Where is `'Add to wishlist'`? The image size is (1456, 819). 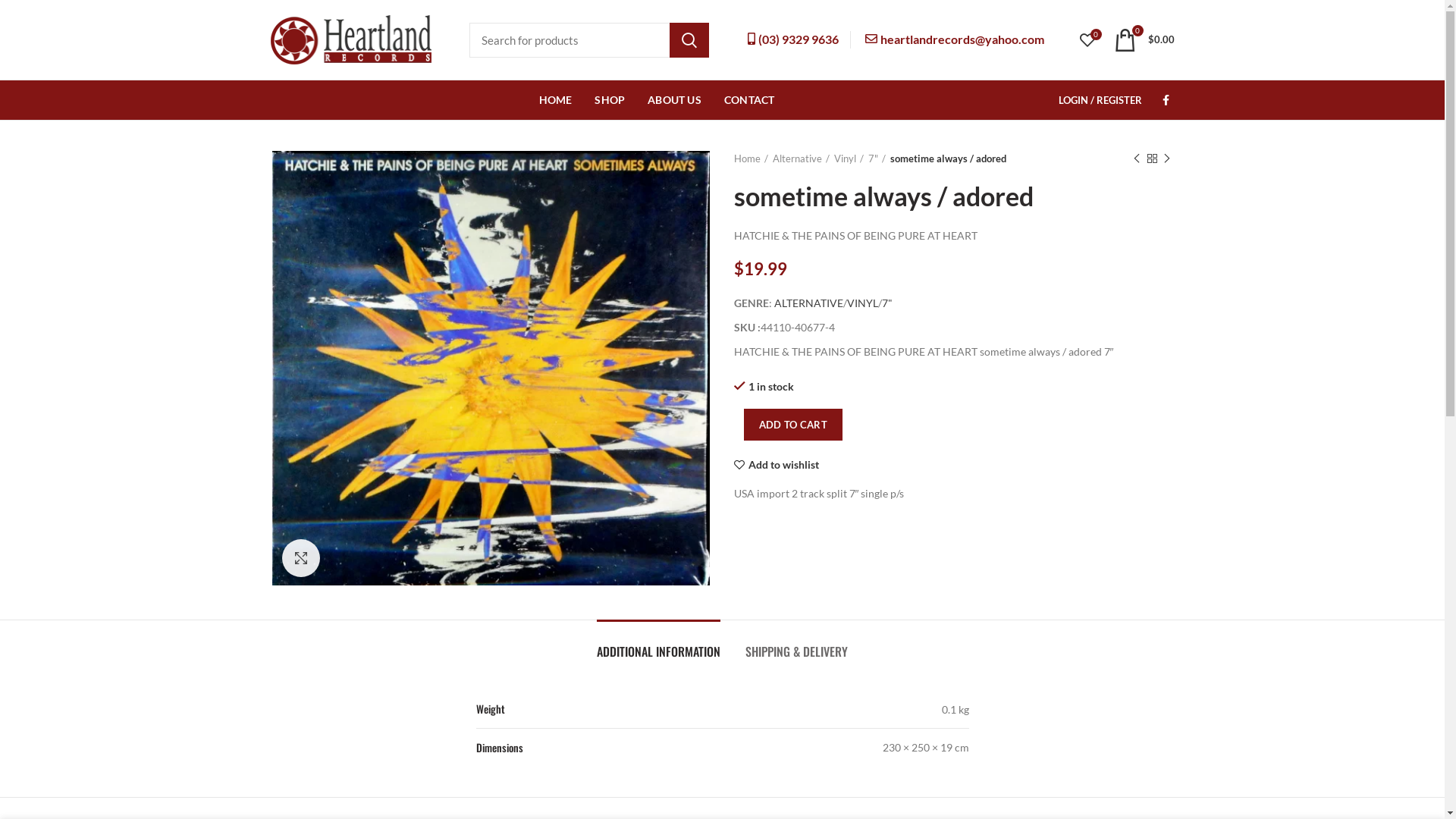 'Add to wishlist' is located at coordinates (776, 464).